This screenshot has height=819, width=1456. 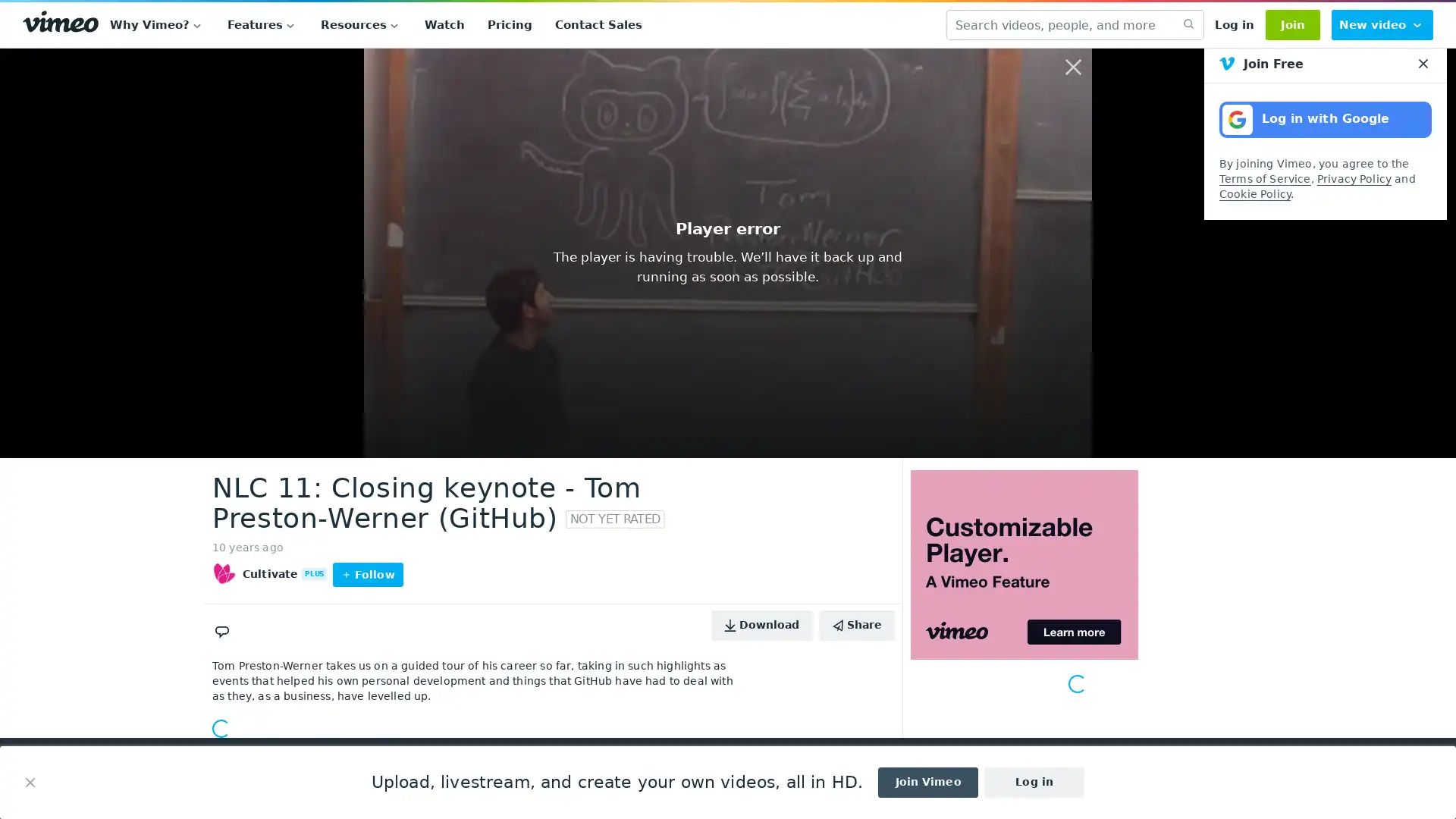 What do you see at coordinates (598, 25) in the screenshot?
I see `Contact Sales` at bounding box center [598, 25].